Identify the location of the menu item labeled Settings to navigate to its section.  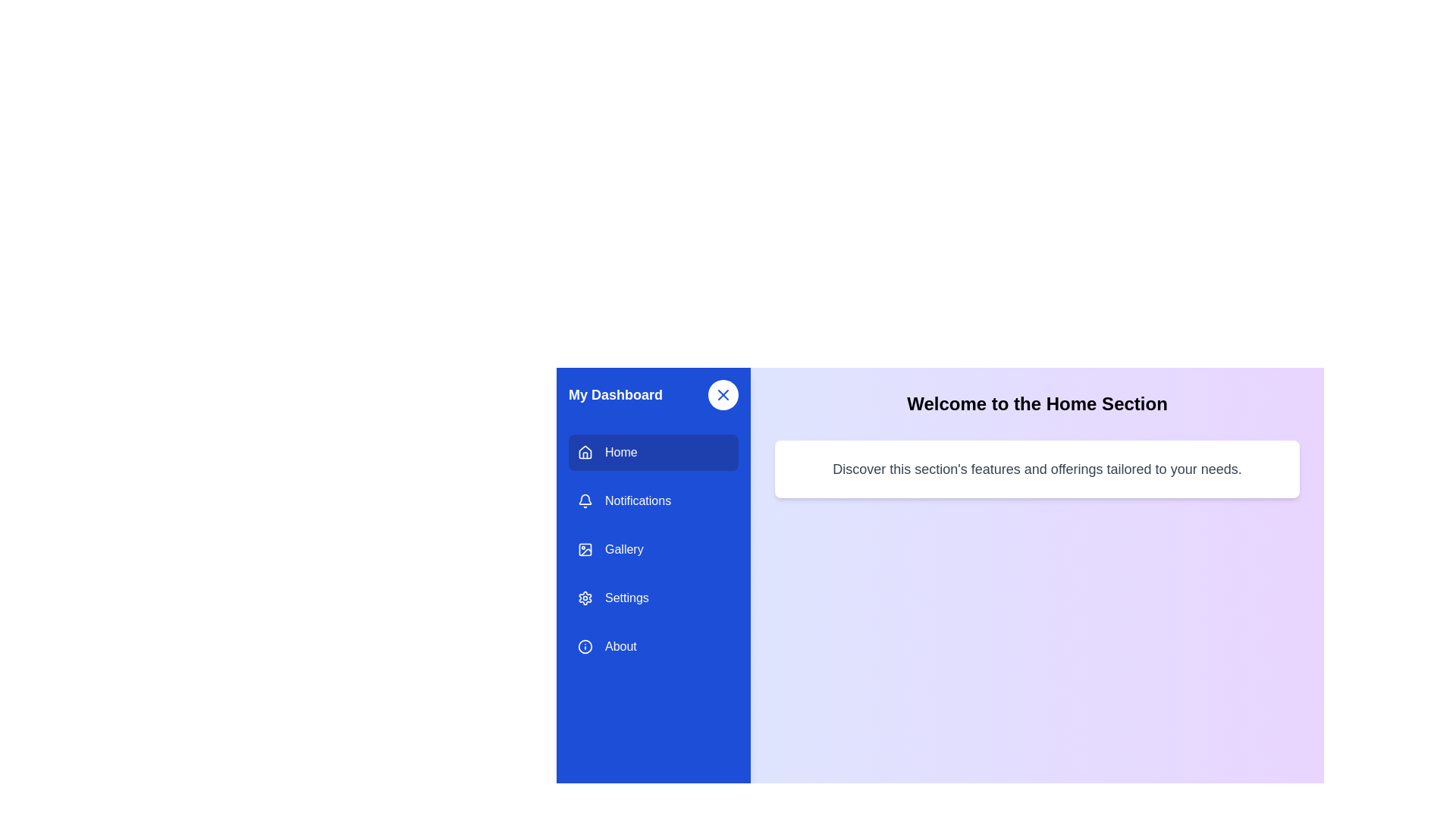
(654, 598).